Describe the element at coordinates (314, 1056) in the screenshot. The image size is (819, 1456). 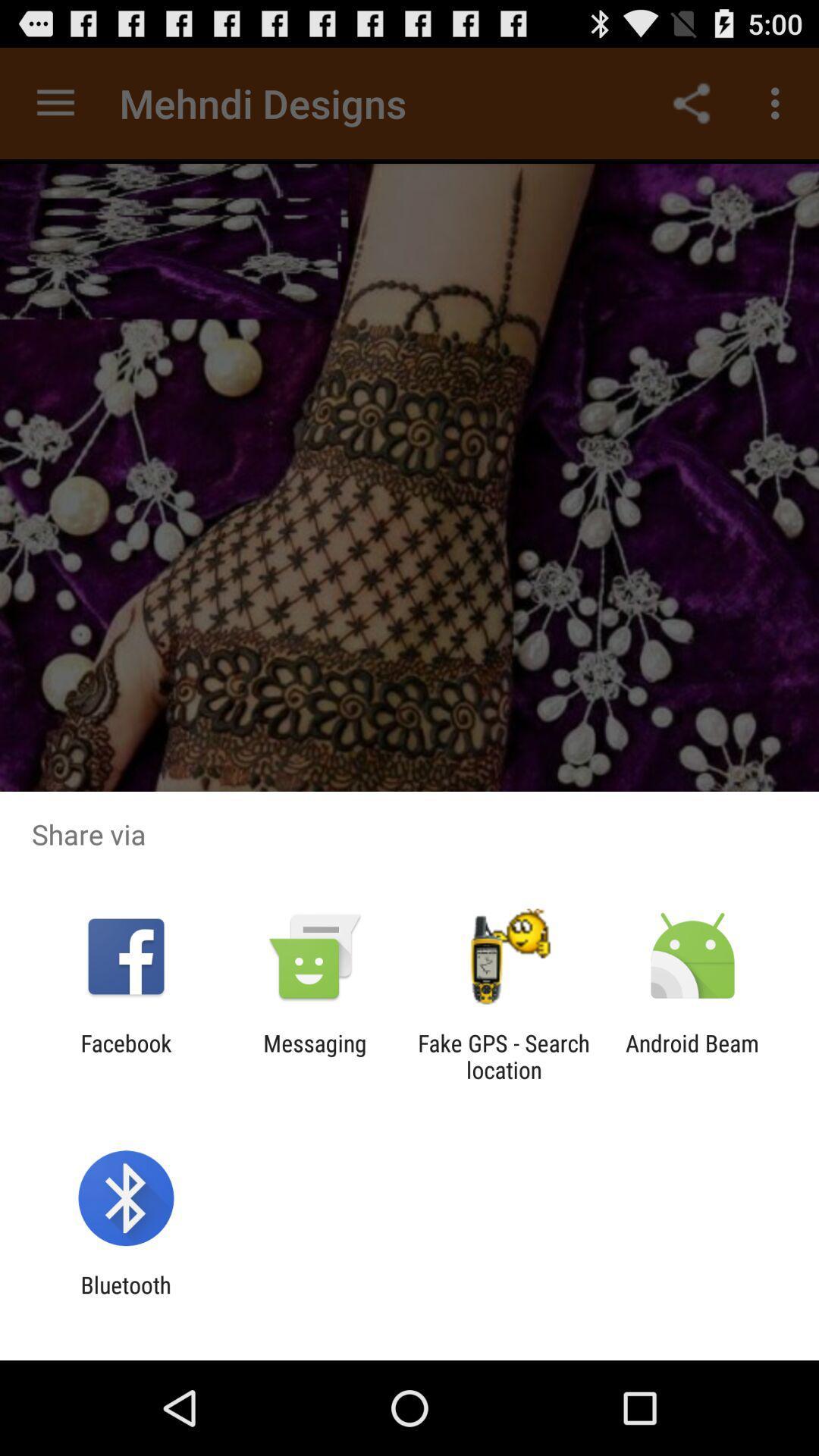
I see `the app next to fake gps search icon` at that location.